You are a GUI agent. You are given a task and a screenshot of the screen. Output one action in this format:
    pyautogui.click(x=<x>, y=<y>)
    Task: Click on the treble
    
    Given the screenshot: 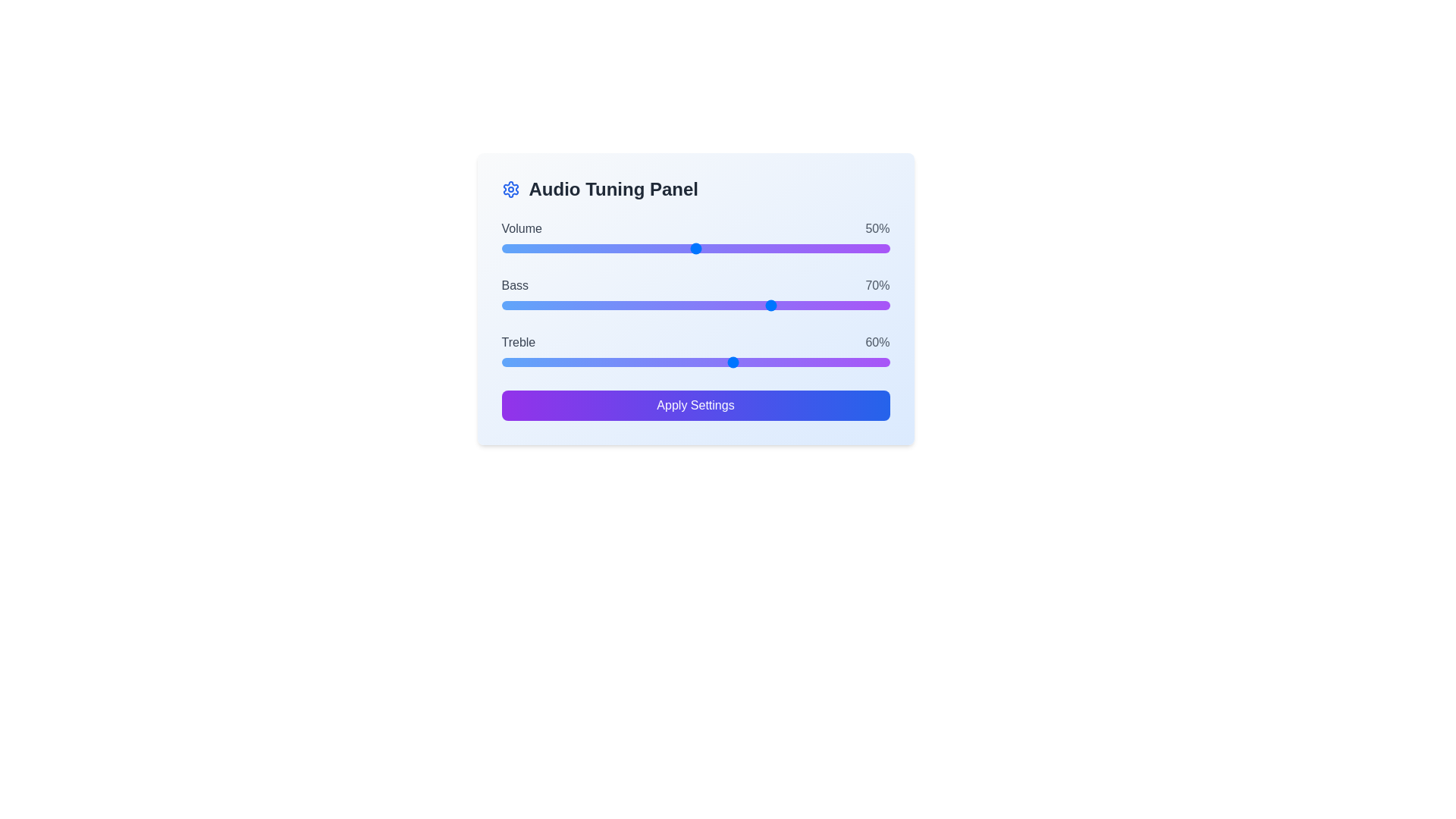 What is the action you would take?
    pyautogui.click(x=626, y=362)
    